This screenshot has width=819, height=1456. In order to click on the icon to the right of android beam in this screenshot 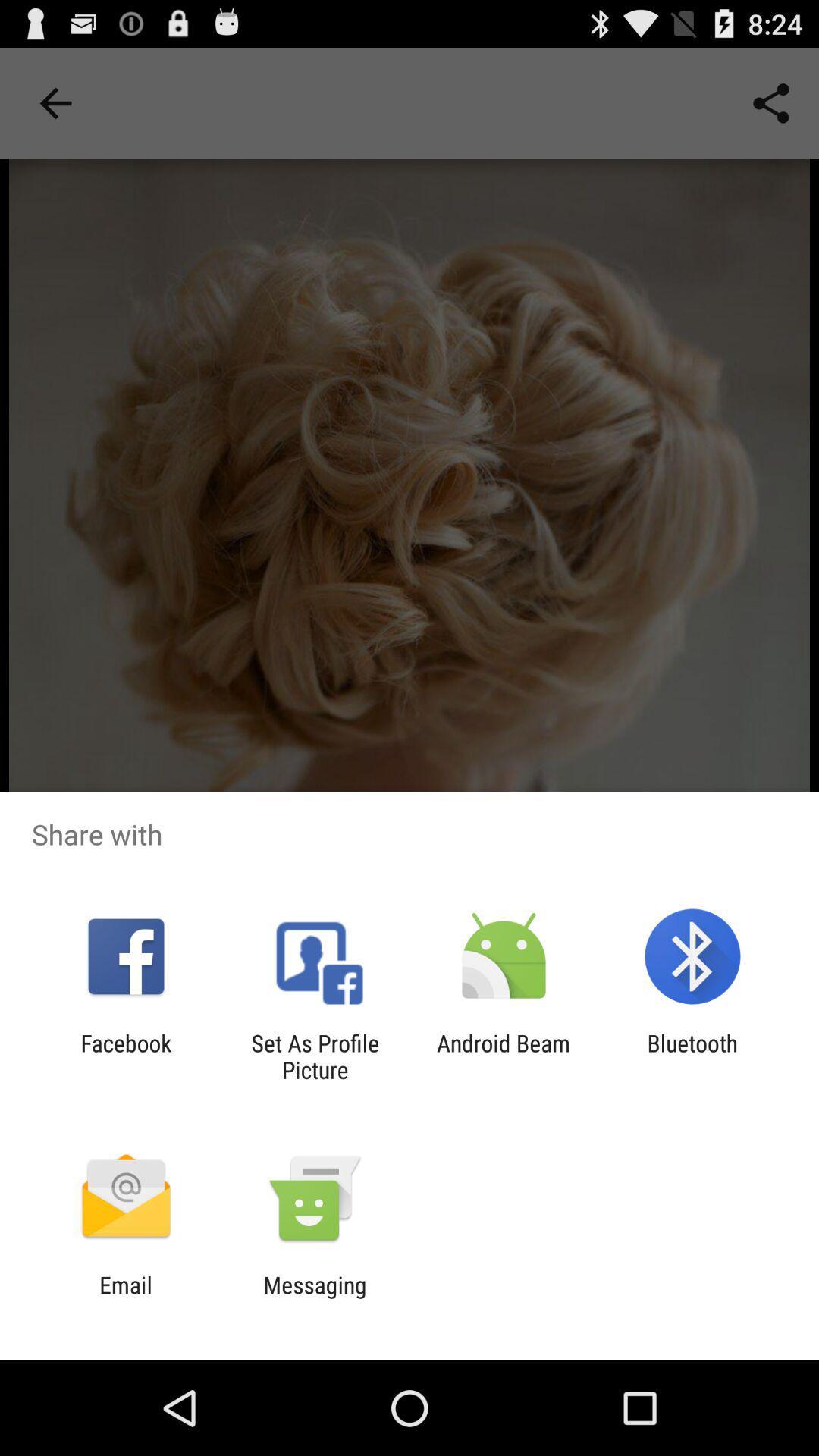, I will do `click(692, 1056)`.